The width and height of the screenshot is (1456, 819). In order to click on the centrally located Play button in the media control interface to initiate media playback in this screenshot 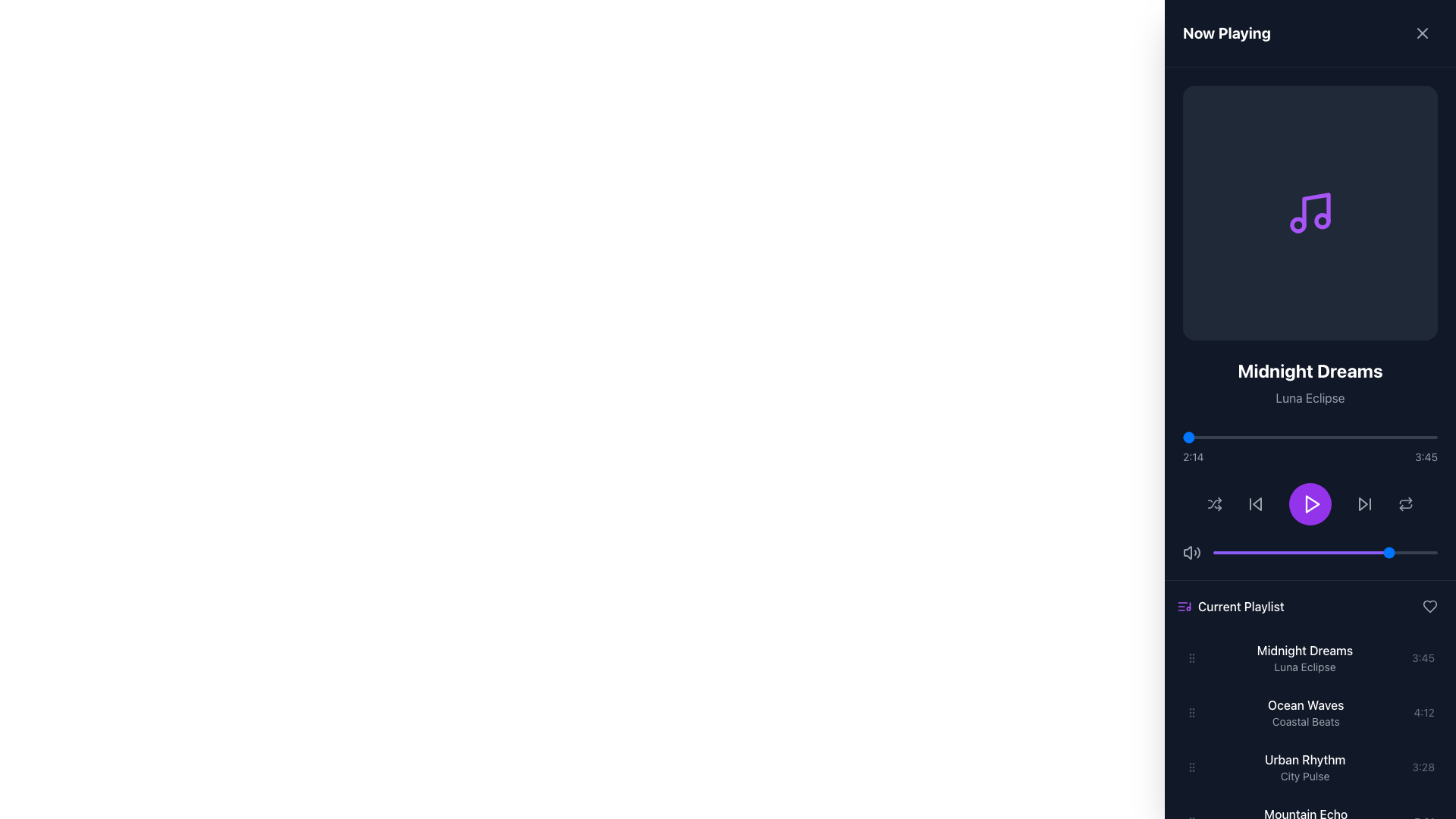, I will do `click(1310, 504)`.